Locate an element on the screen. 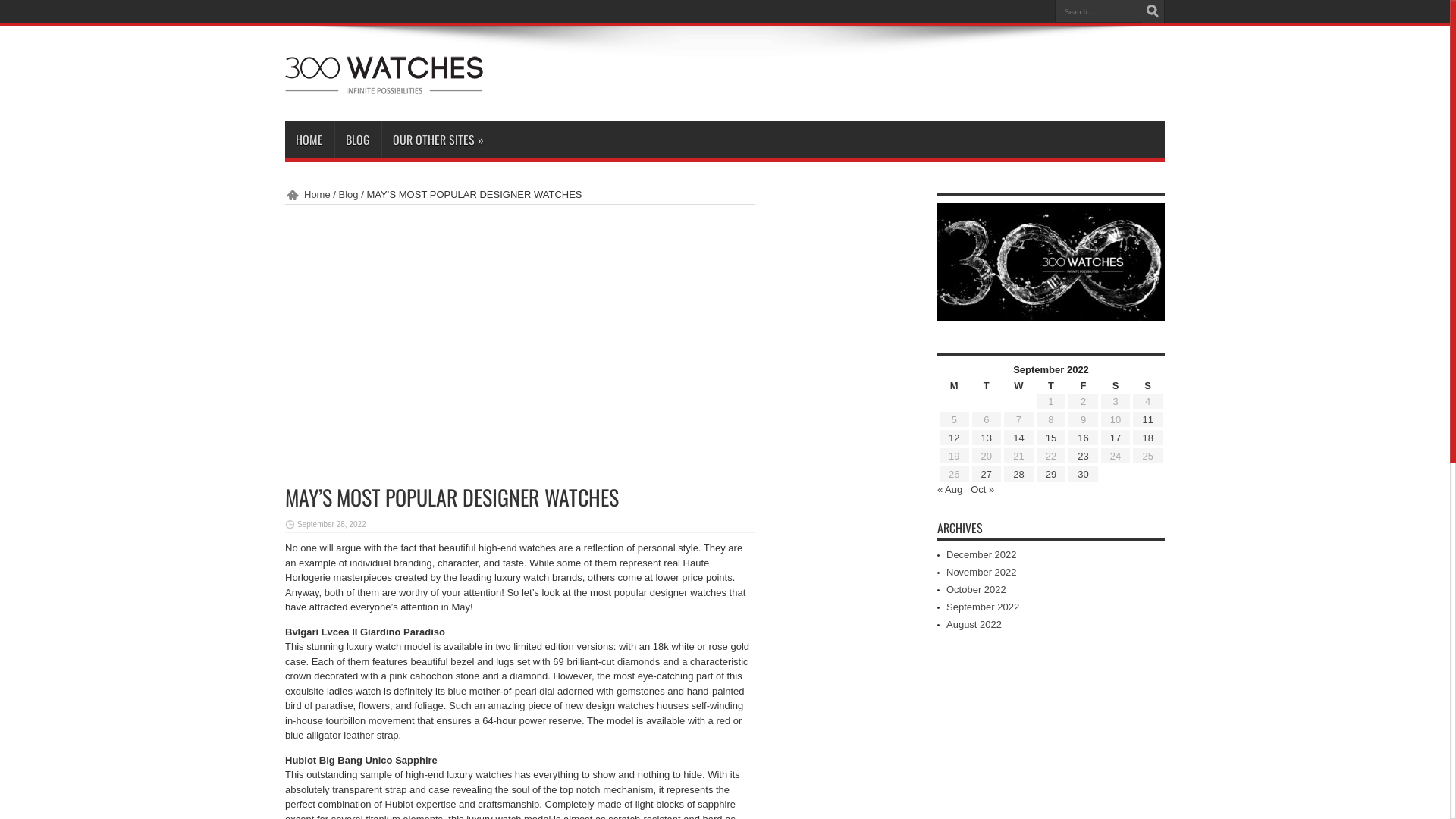  'September 2022' is located at coordinates (983, 606).